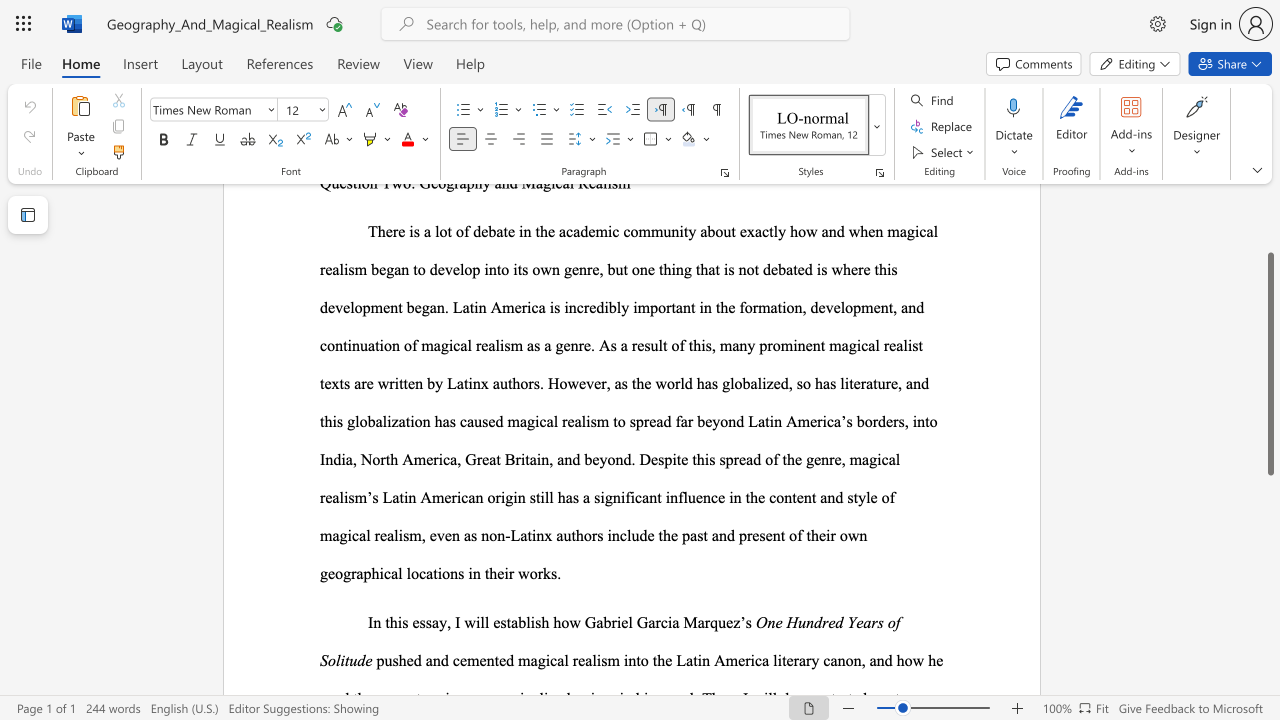  Describe the element at coordinates (1269, 528) in the screenshot. I see `the scrollbar to move the content lower` at that location.